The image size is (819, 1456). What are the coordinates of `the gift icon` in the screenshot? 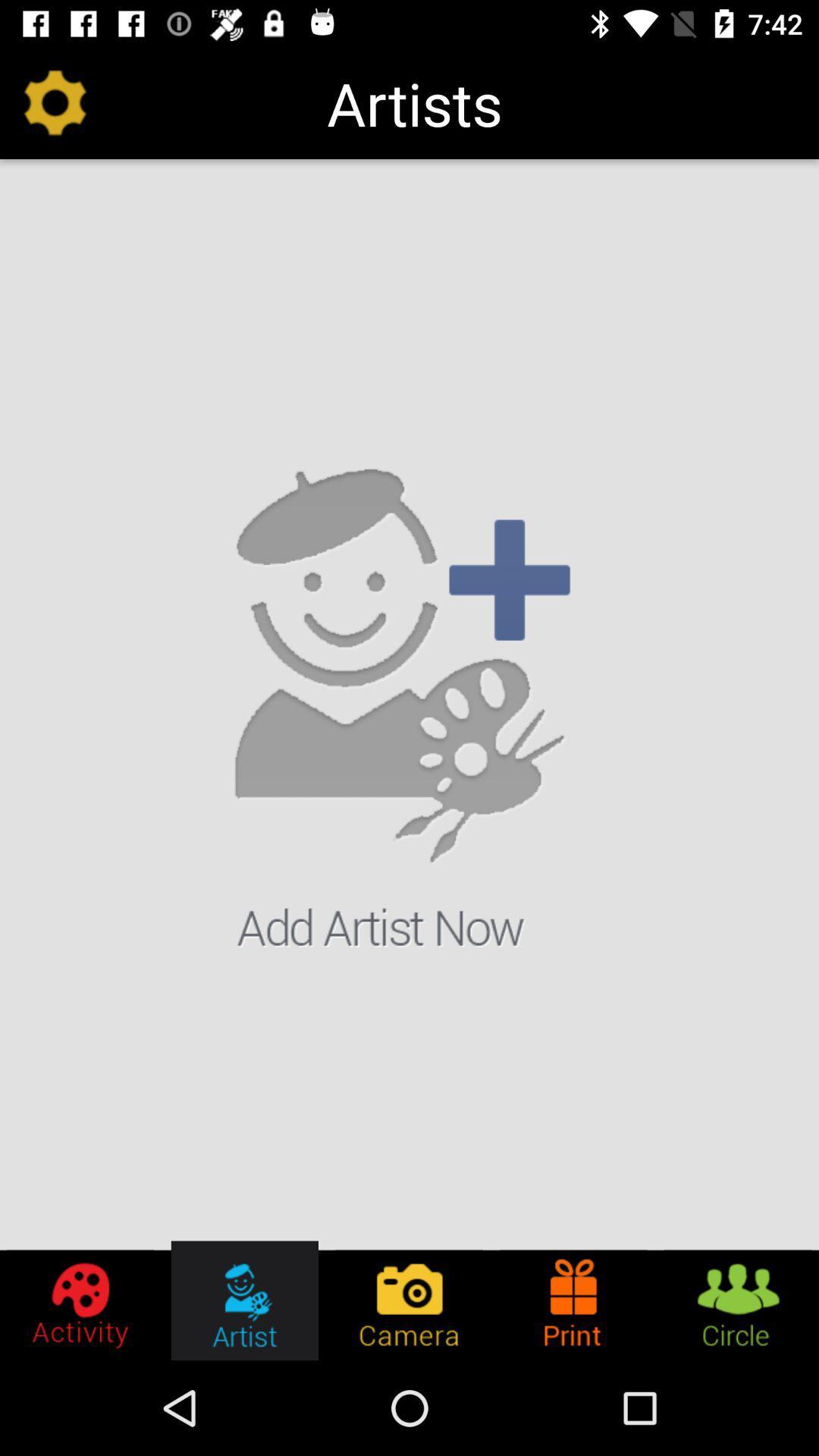 It's located at (573, 1300).